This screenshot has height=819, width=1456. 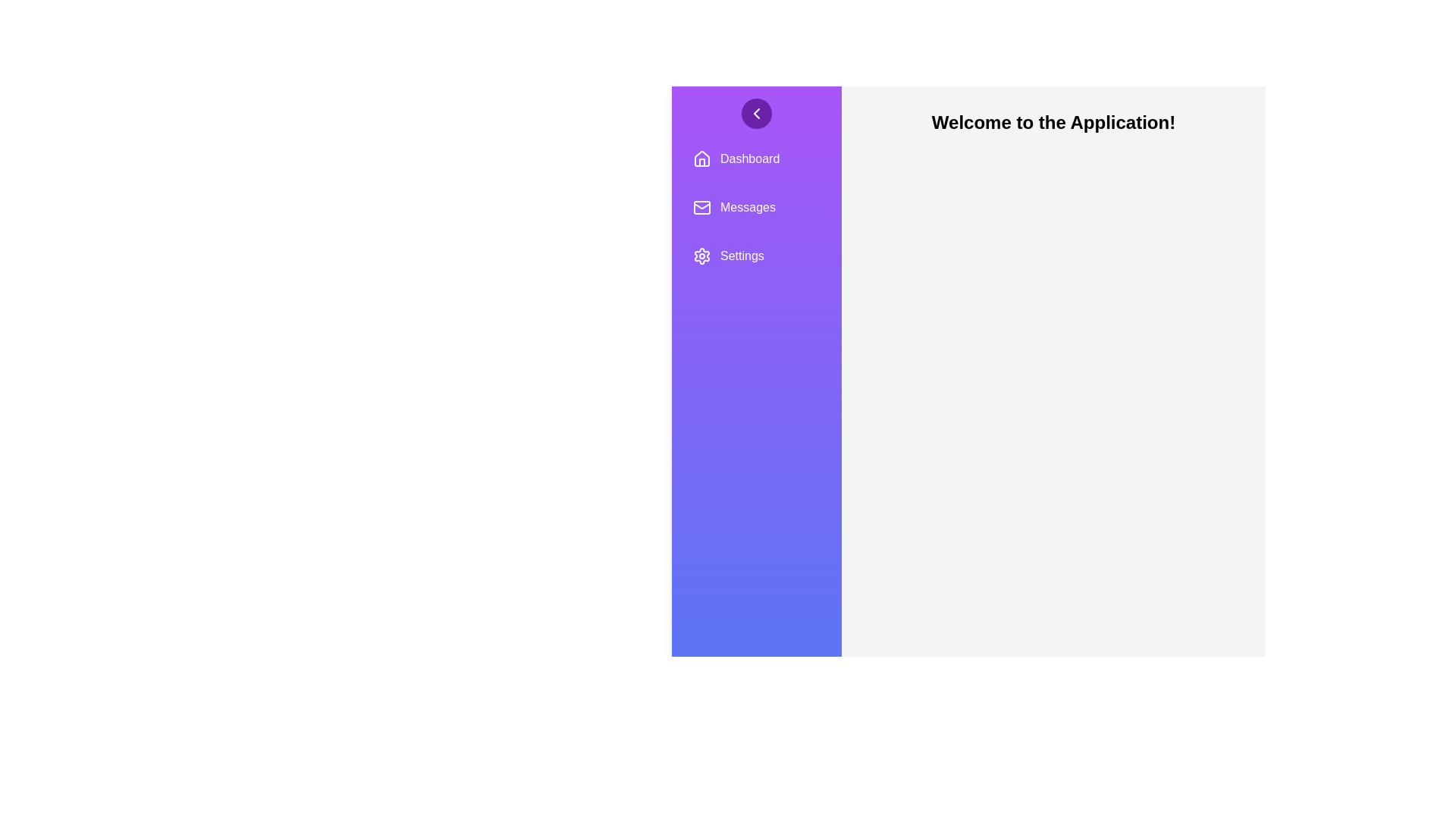 What do you see at coordinates (757, 256) in the screenshot?
I see `the 'Settings' button, which features a gear icon and white text on a purple gradient background, located at the bottom of the vertical menu on the left side of the interface` at bounding box center [757, 256].